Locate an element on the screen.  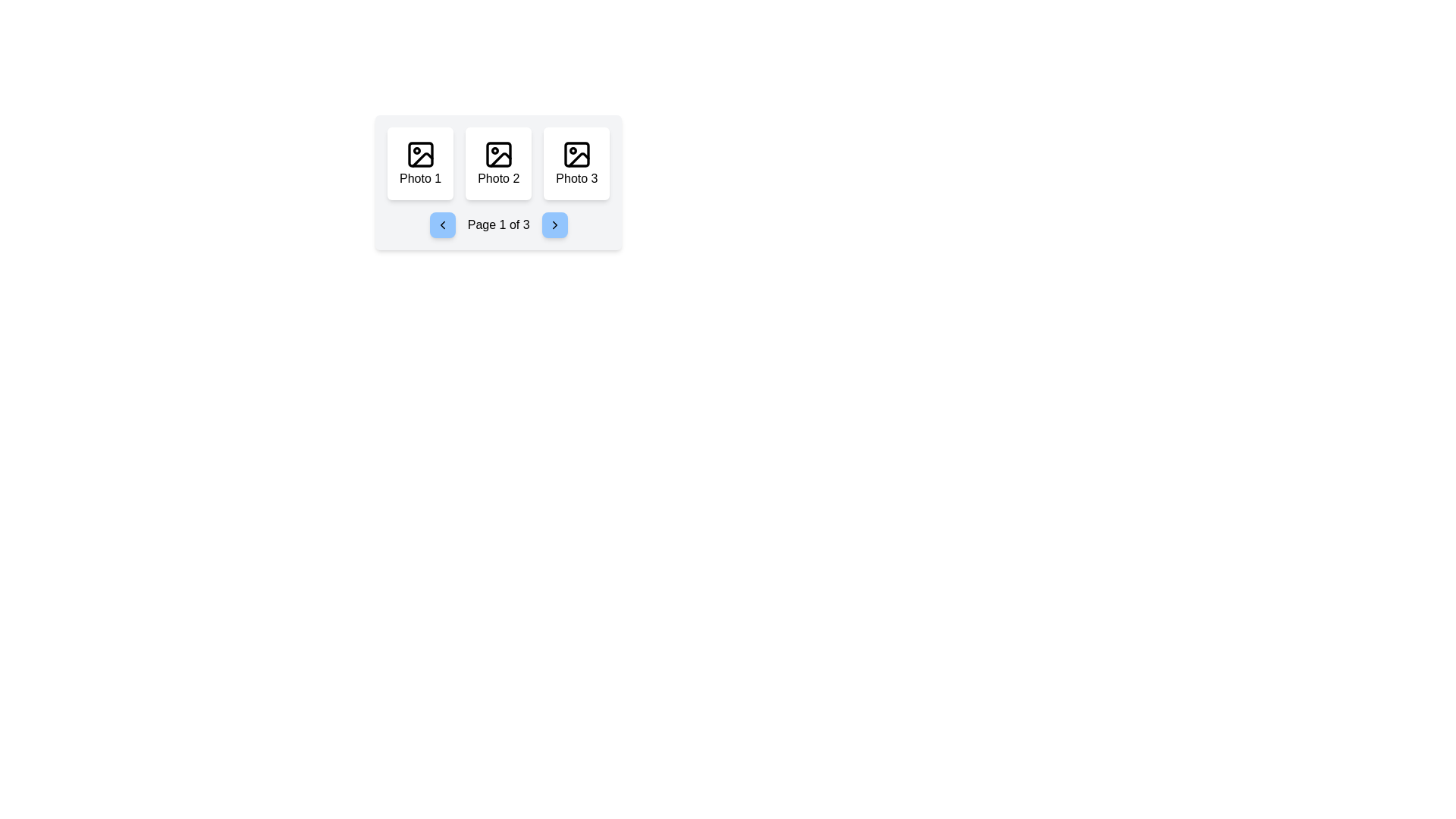
the chevron icon in the lower-right corner of the pagination section is located at coordinates (554, 225).